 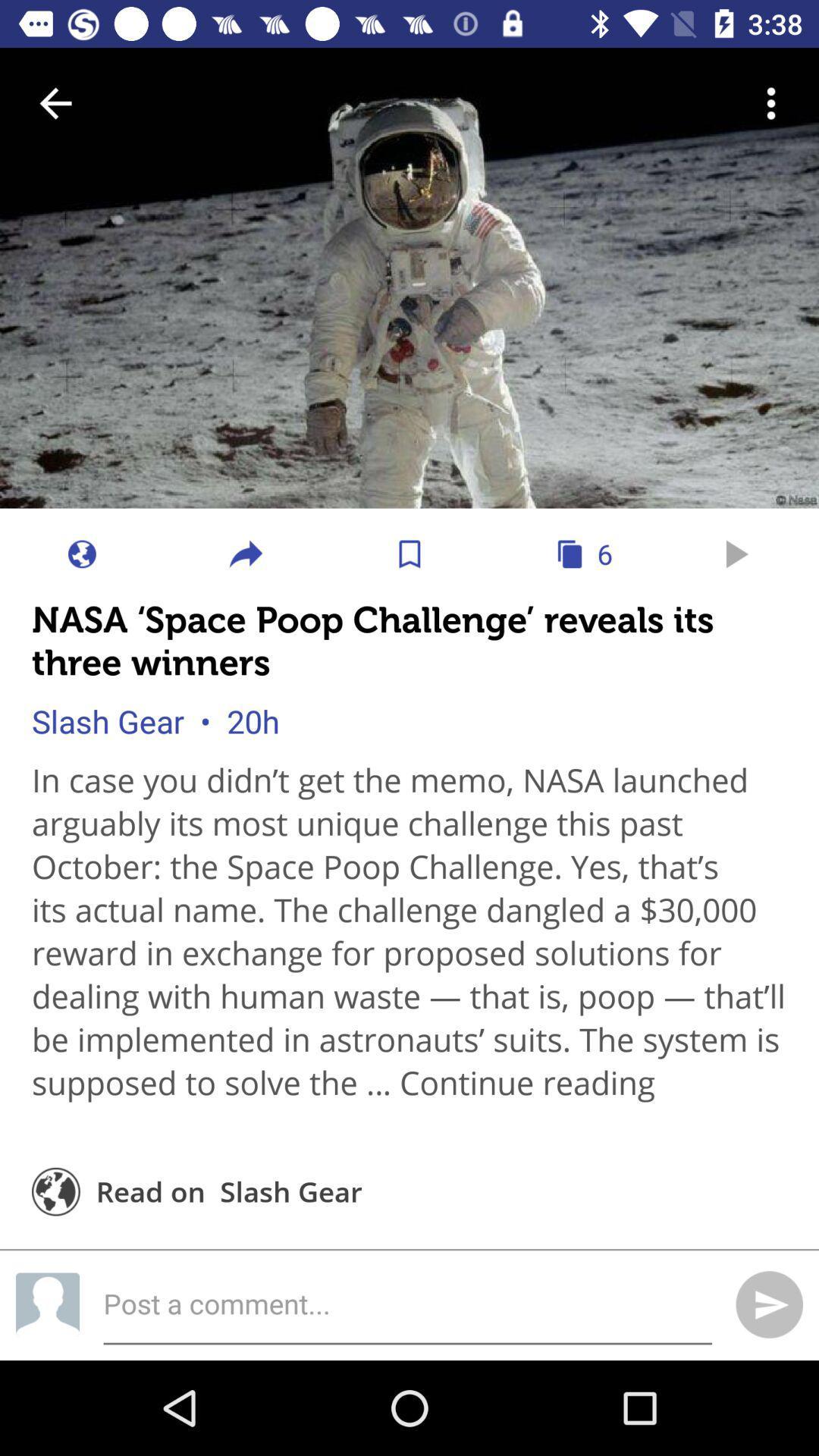 What do you see at coordinates (769, 1304) in the screenshot?
I see `the send icon` at bounding box center [769, 1304].